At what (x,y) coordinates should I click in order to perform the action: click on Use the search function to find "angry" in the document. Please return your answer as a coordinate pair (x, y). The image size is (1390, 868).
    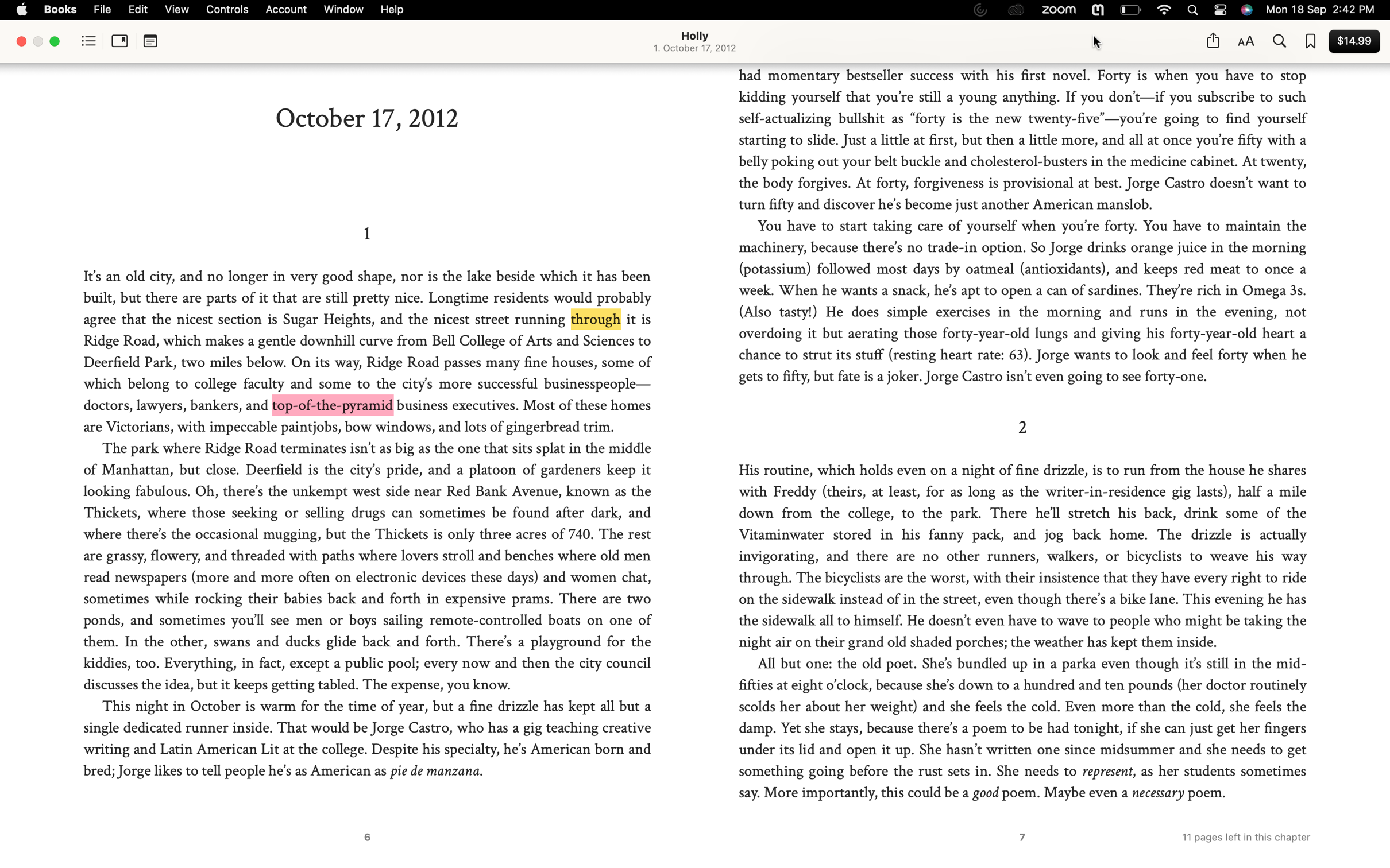
    Looking at the image, I should click on (1278, 42).